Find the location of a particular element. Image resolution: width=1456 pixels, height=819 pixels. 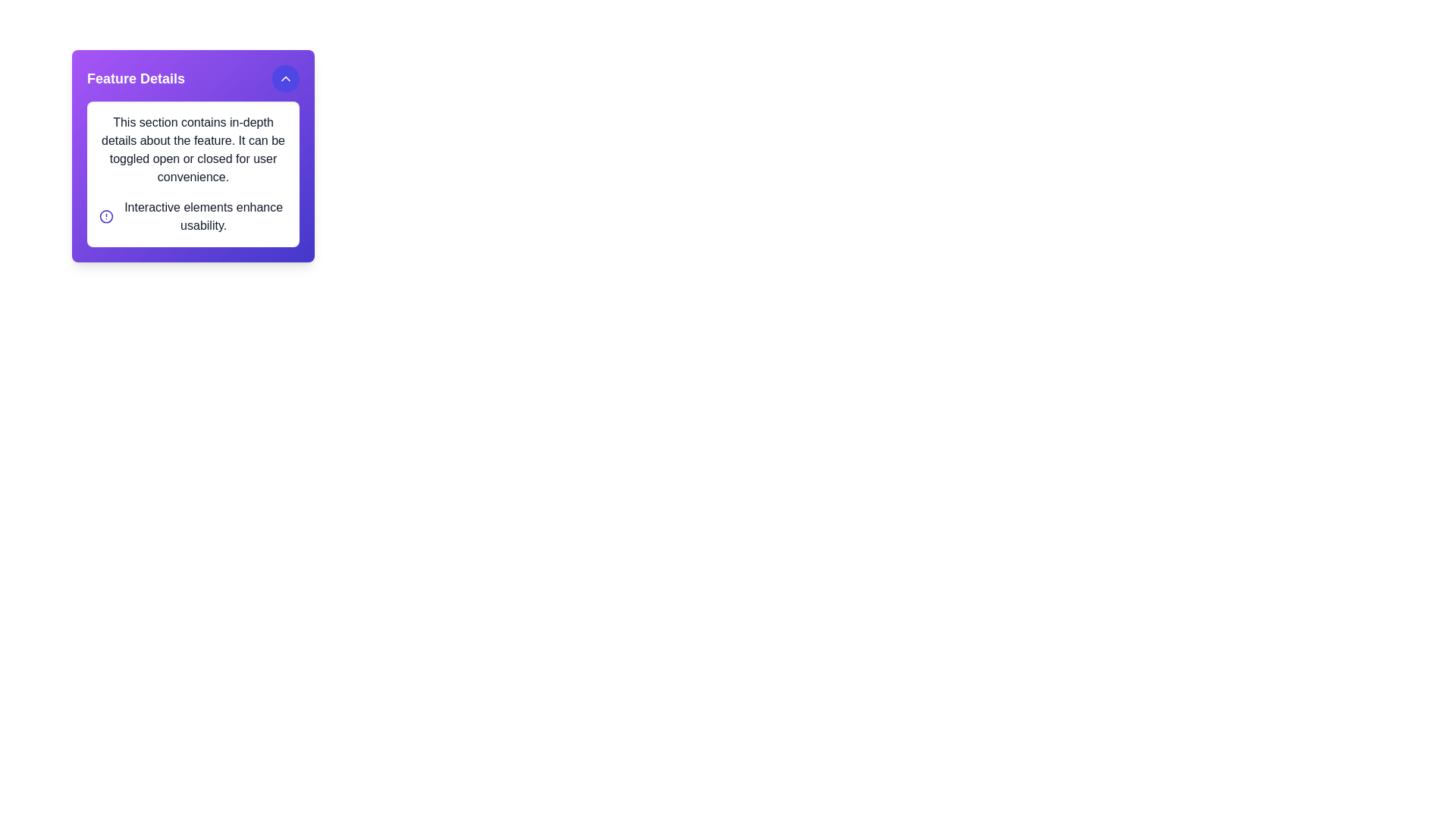

information presented in the descriptive text block located towards the lower center of the white rectangular area within the purple card labeled 'Feature Details' is located at coordinates (202, 216).